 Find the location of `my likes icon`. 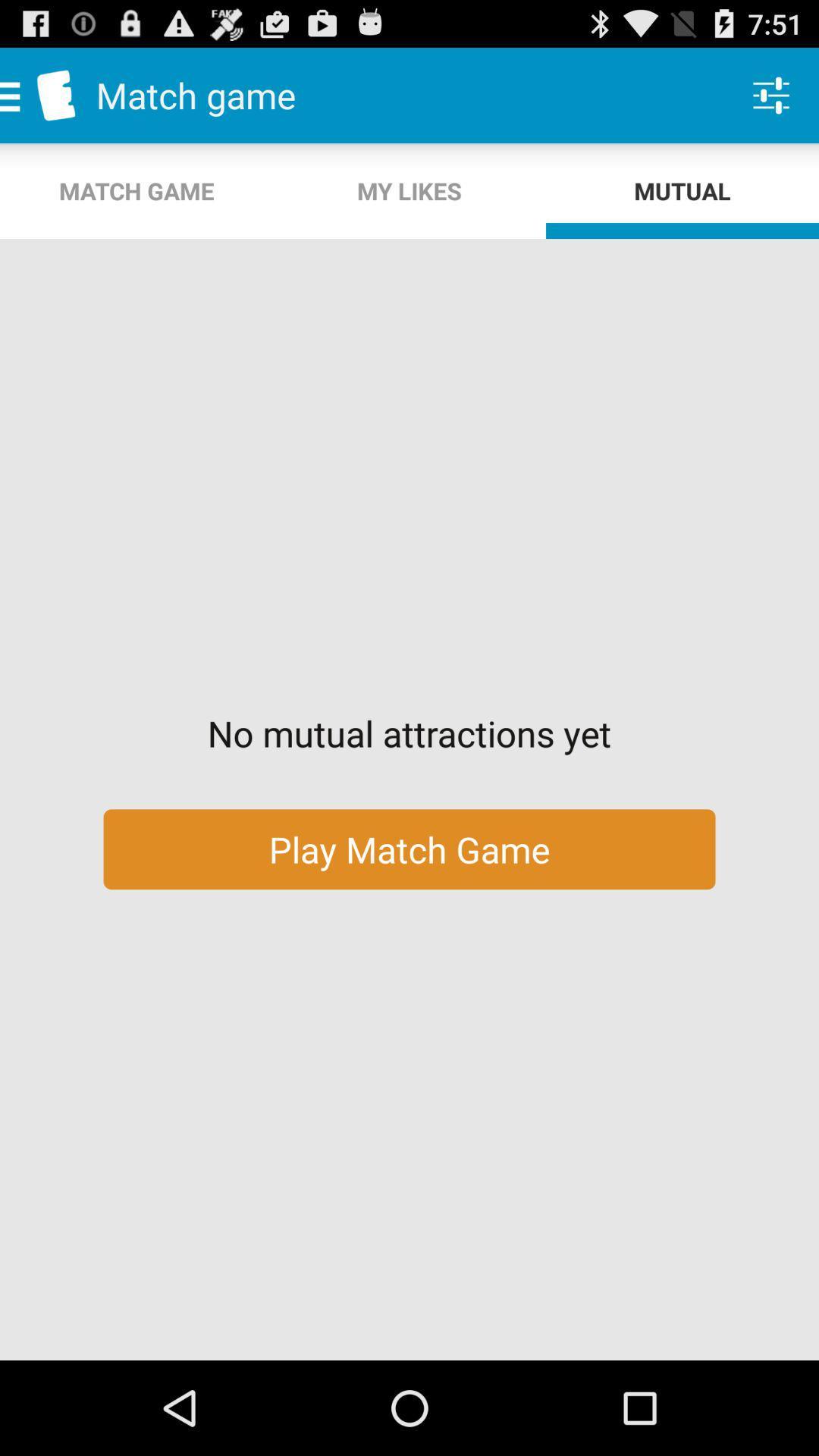

my likes icon is located at coordinates (409, 190).